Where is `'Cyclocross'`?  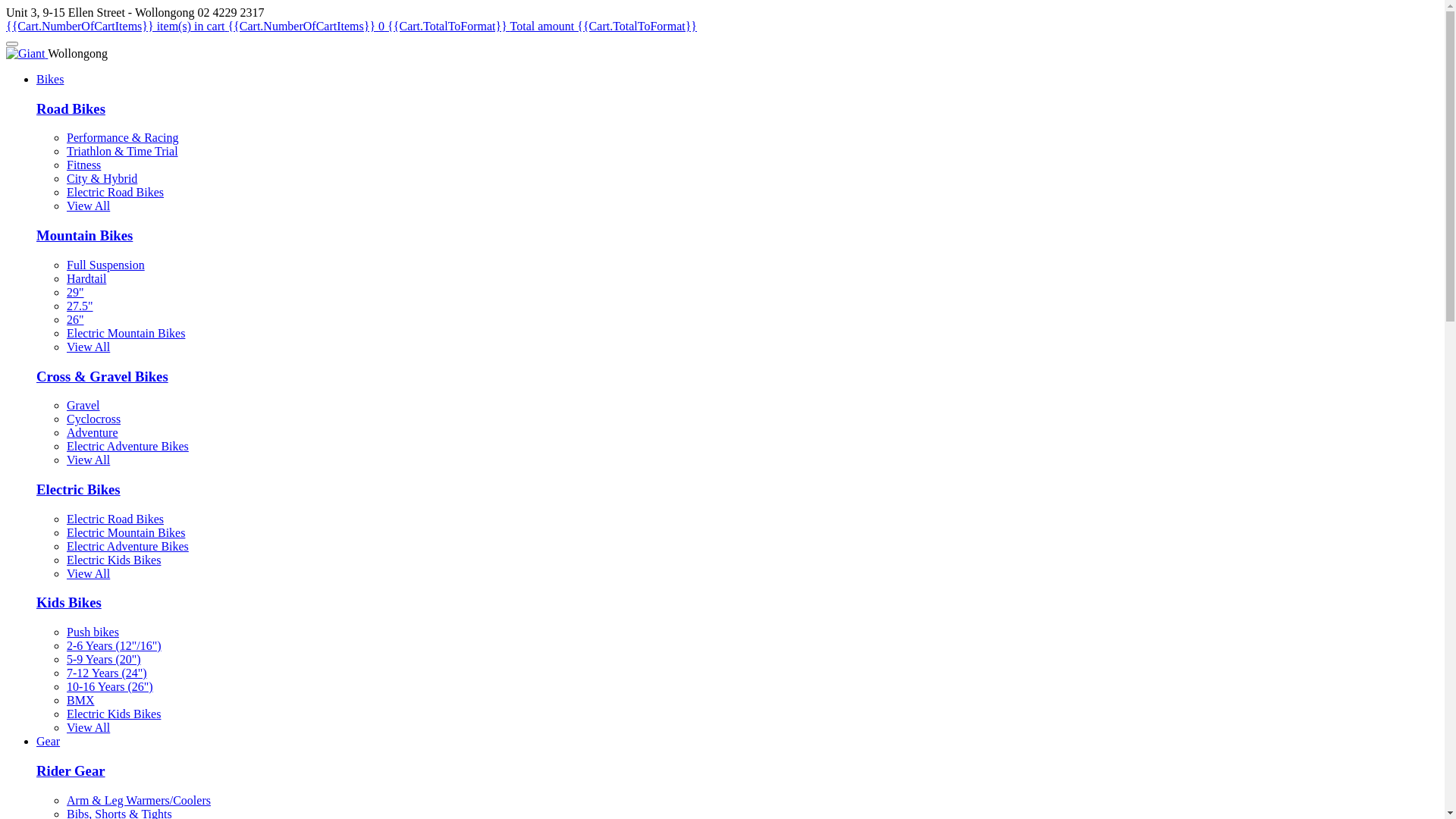
'Cyclocross' is located at coordinates (93, 419).